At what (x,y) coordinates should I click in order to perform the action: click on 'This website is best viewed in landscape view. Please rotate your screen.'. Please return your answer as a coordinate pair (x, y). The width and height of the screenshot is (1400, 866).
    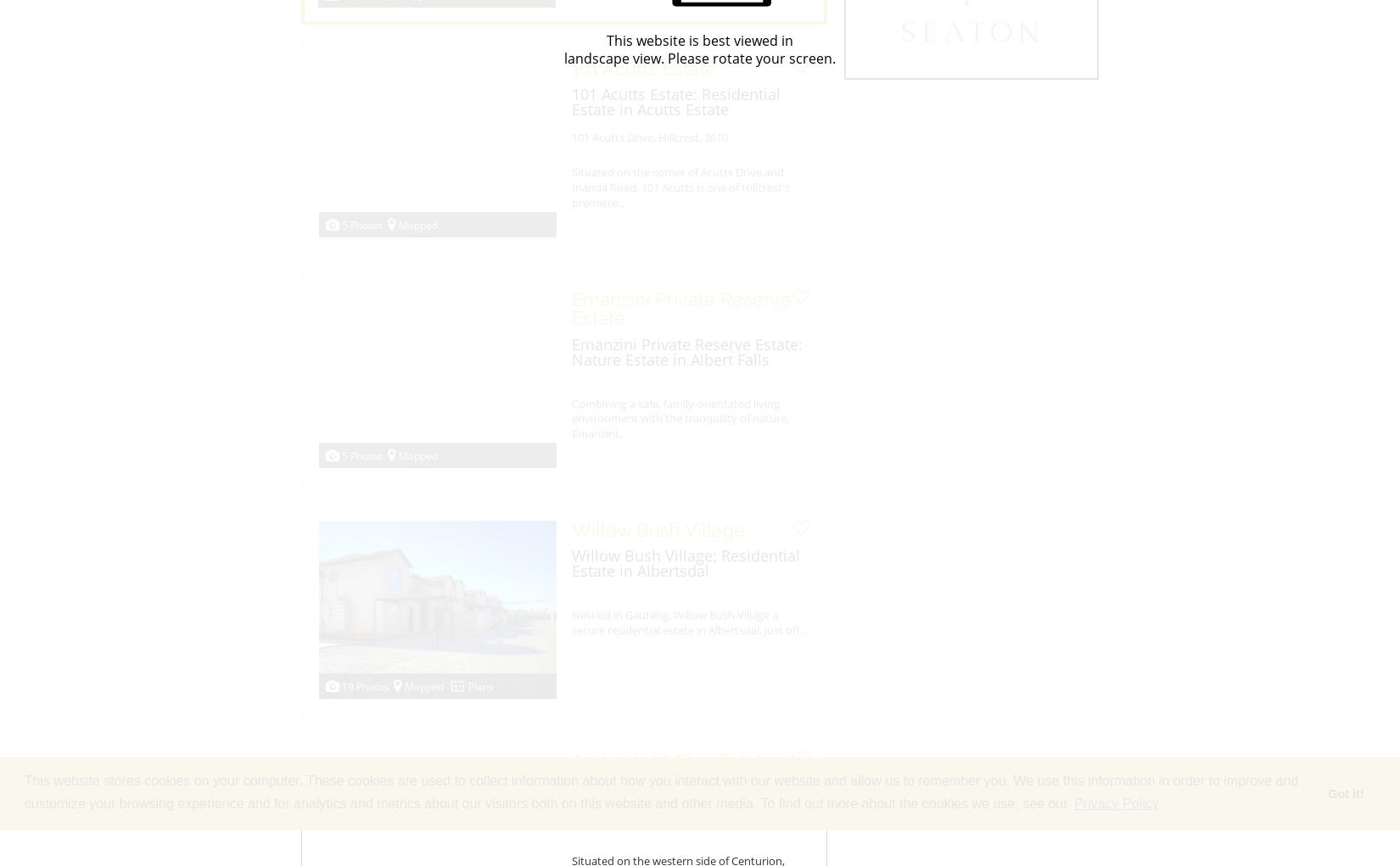
    Looking at the image, I should click on (700, 48).